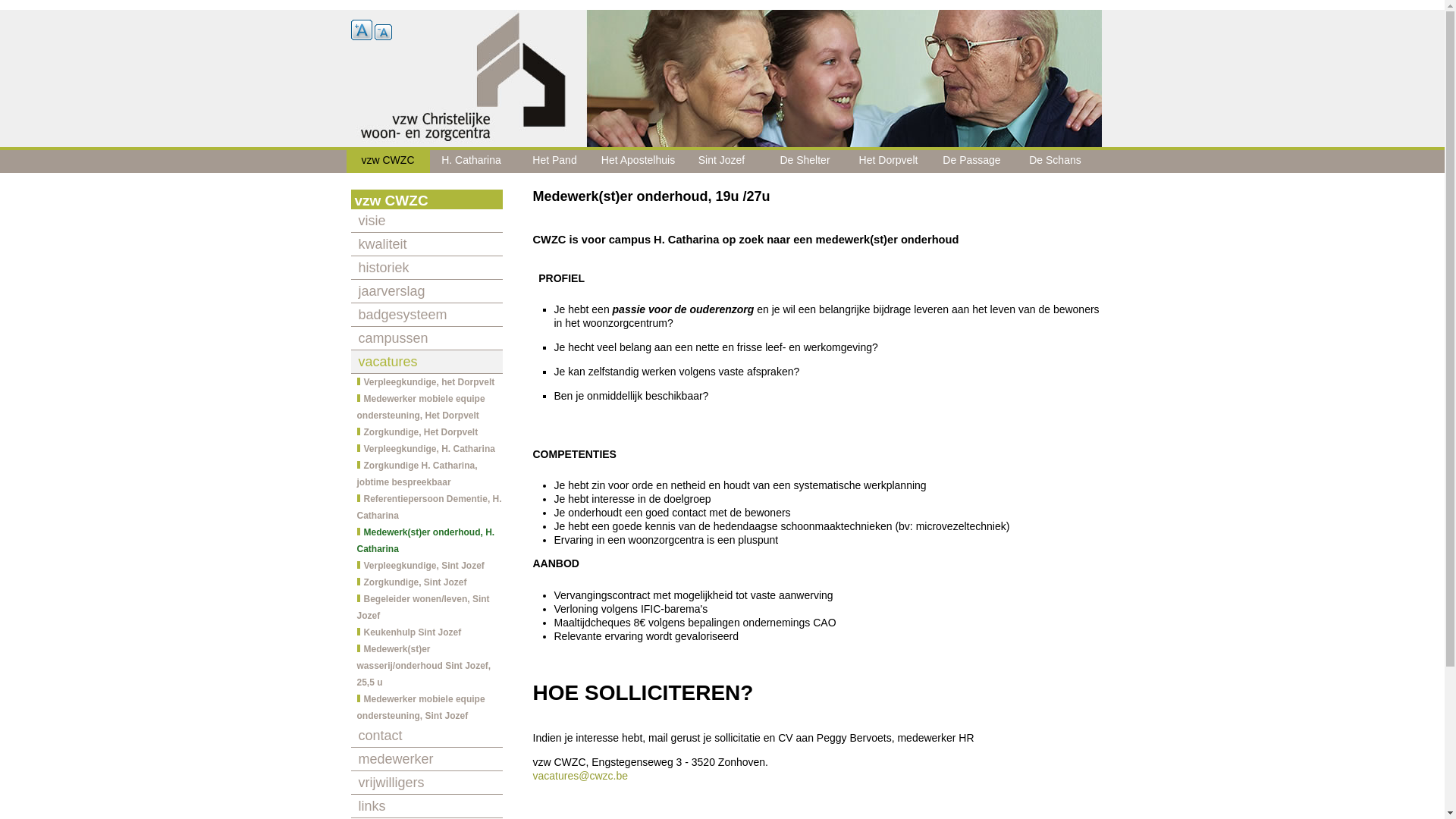 Image resolution: width=1456 pixels, height=819 pixels. I want to click on 'medewerker', so click(425, 759).